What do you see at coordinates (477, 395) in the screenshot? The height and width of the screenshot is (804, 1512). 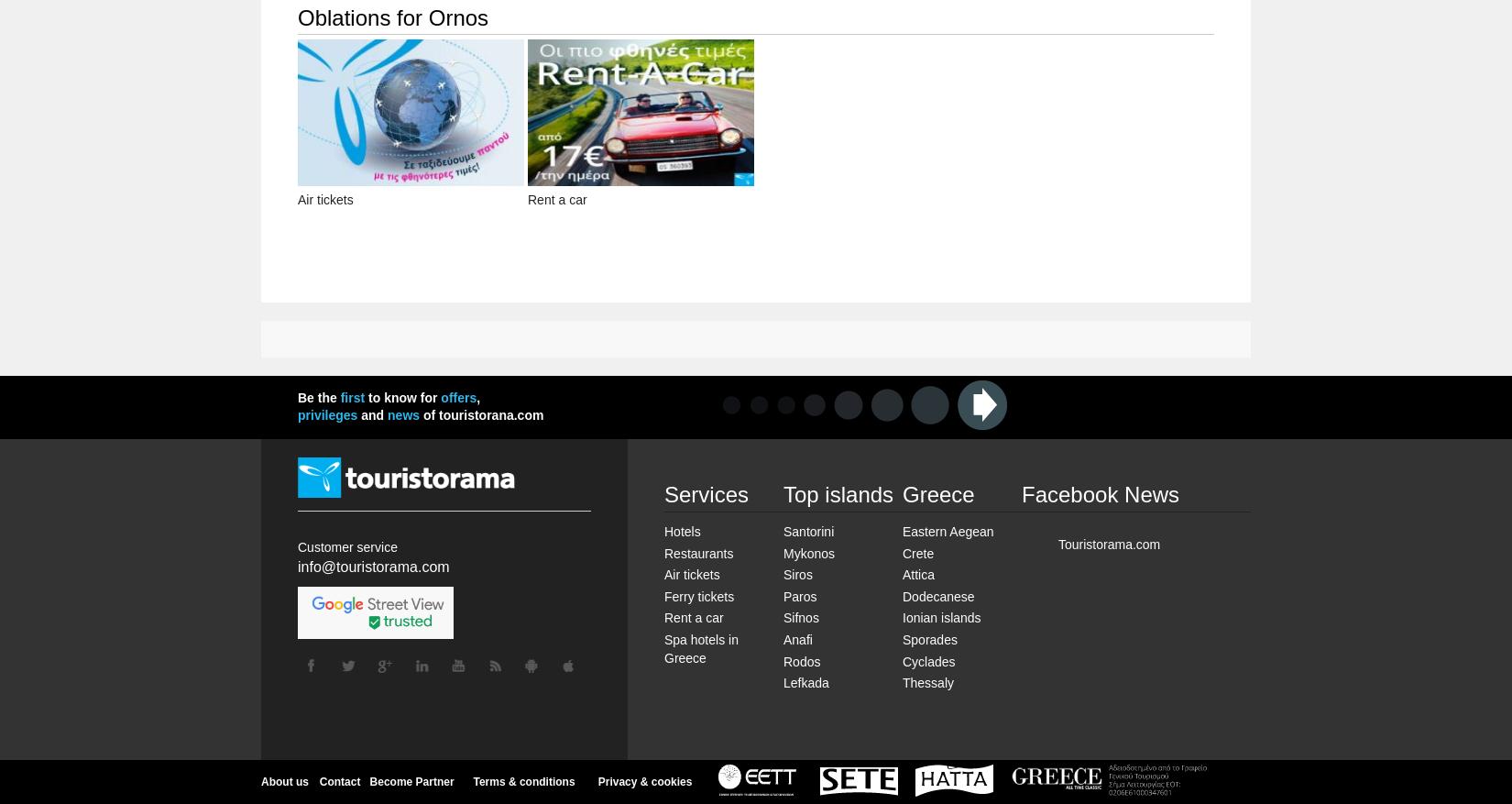 I see `','` at bounding box center [477, 395].